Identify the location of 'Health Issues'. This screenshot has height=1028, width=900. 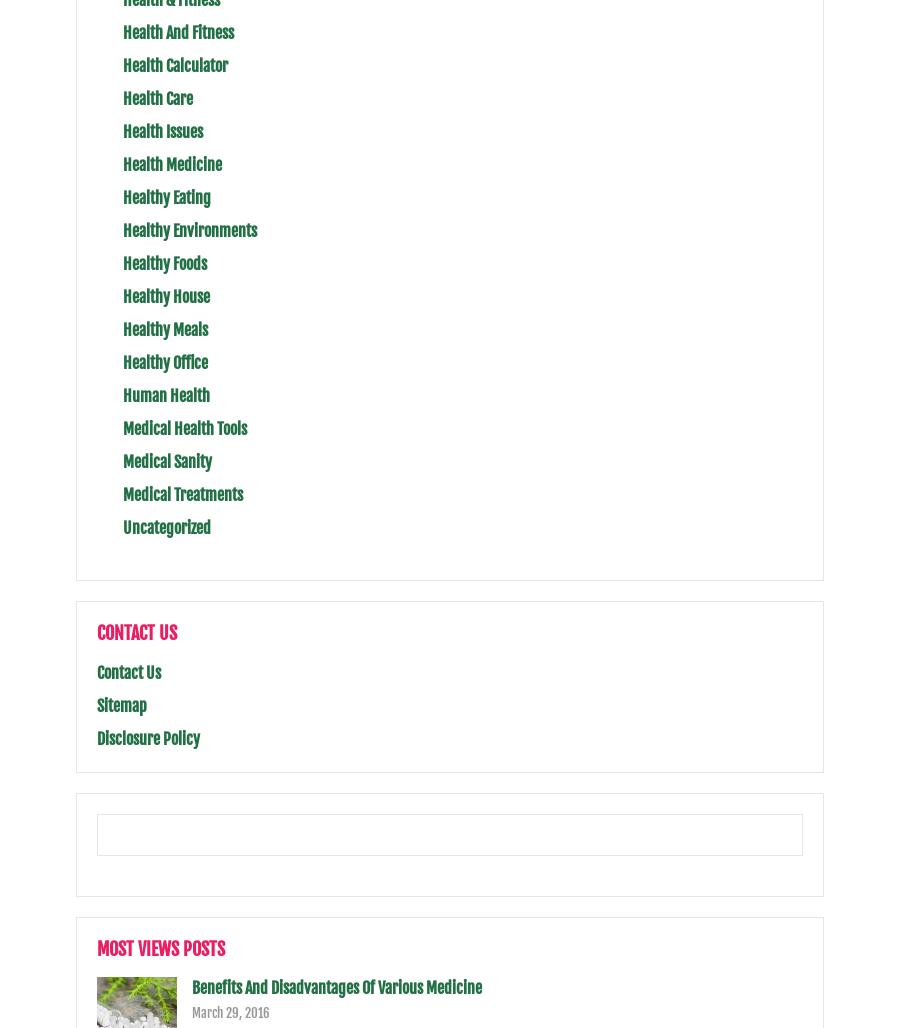
(162, 130).